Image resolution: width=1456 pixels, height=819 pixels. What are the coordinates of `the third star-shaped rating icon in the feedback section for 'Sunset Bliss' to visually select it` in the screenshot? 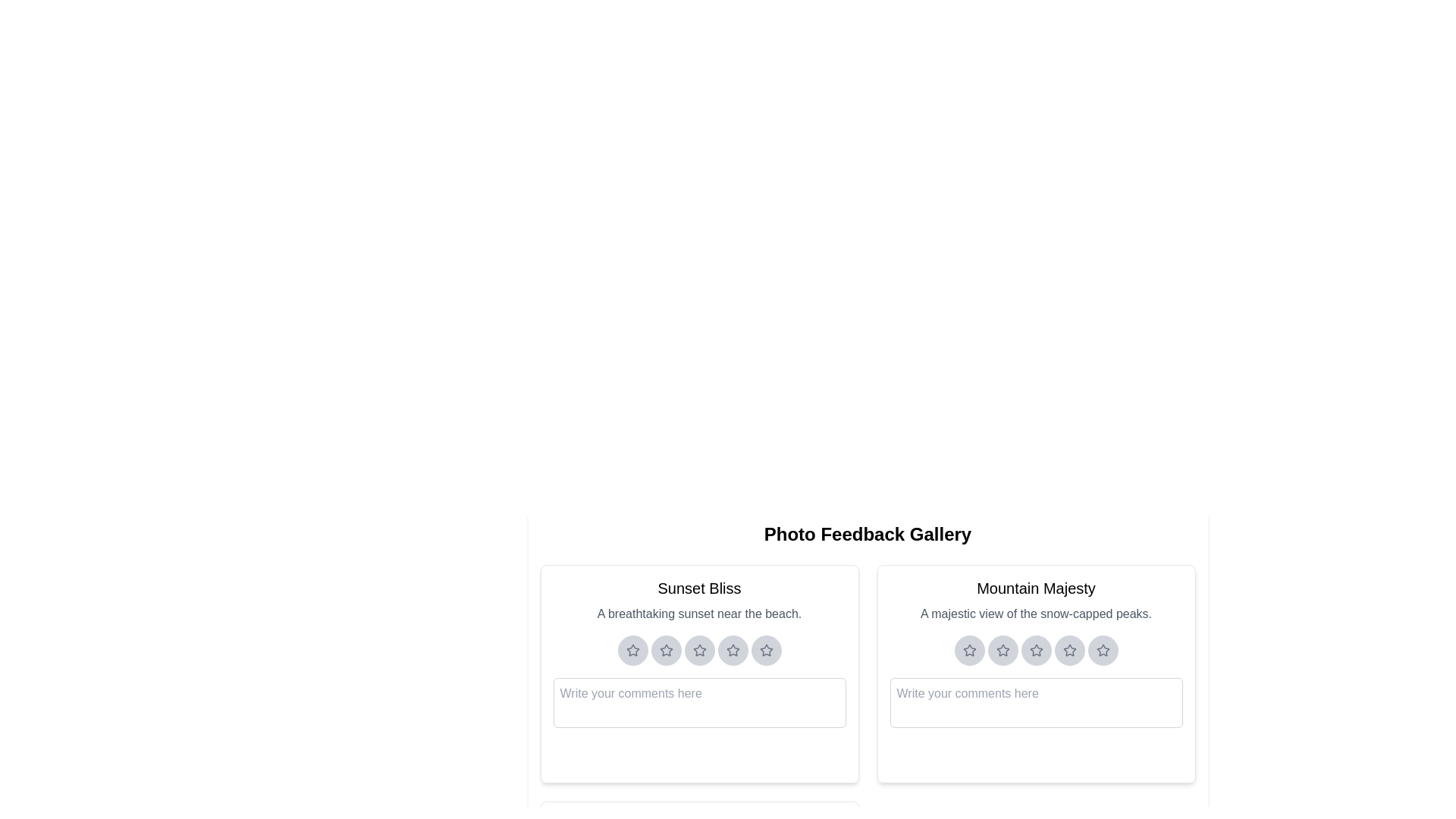 It's located at (698, 649).